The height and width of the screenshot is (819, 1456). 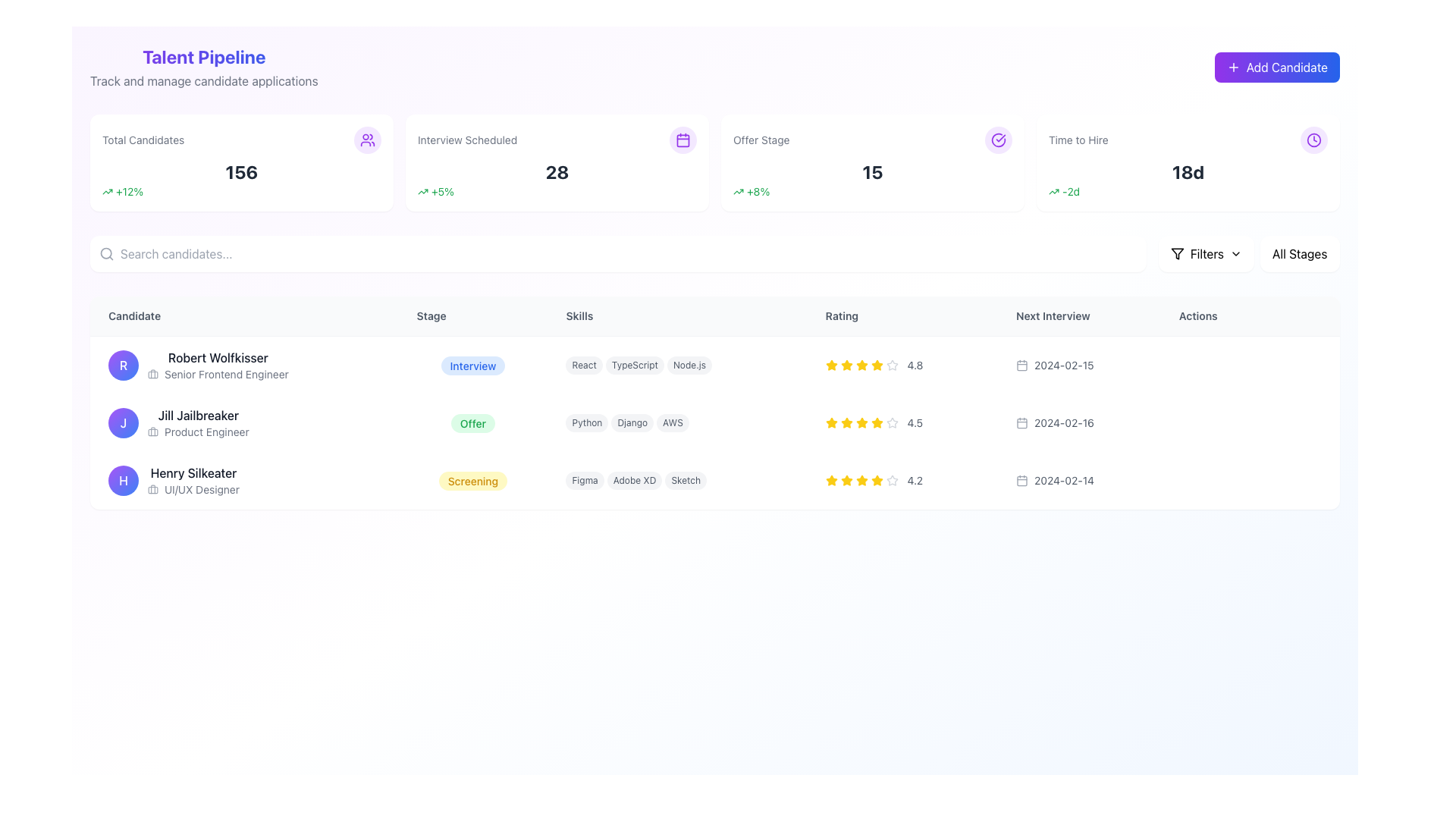 I want to click on the Rating display widget showing a score of '4.8' and five stars, located in the 'Rating' column of the table for 'Robert Wolfkisser', so click(x=902, y=366).